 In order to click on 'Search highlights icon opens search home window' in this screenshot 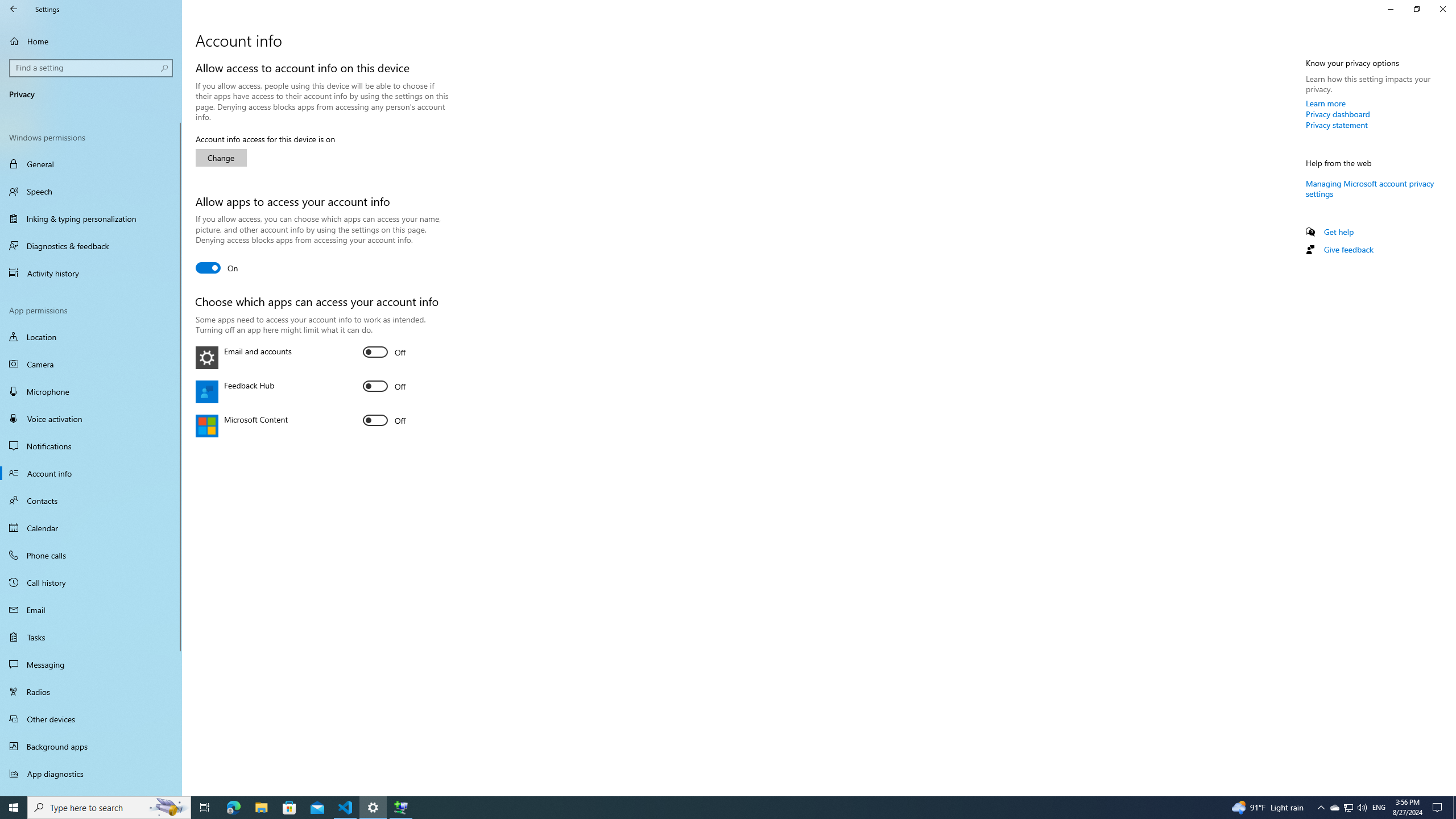, I will do `click(167, 806)`.